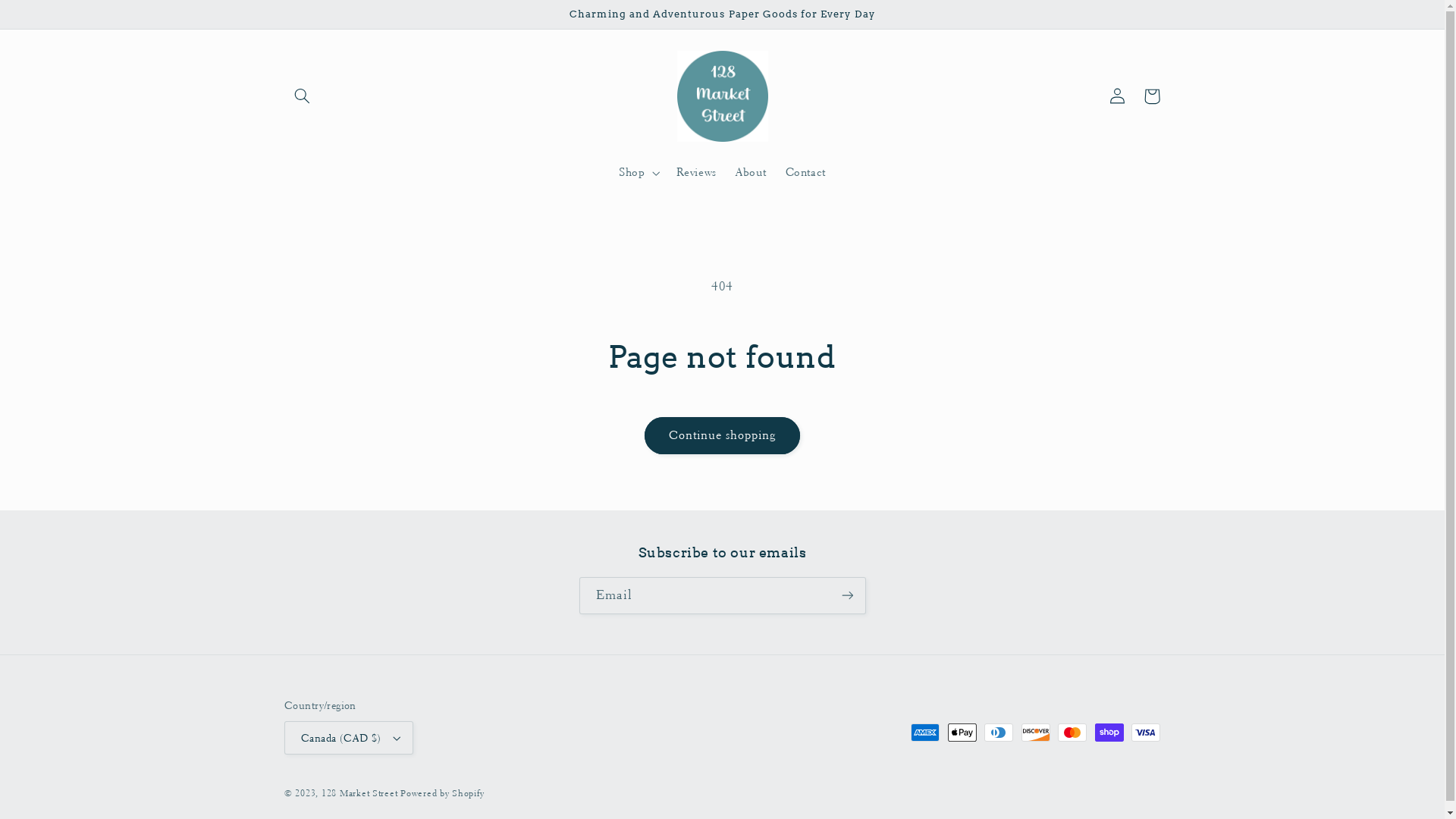 The height and width of the screenshot is (819, 1456). I want to click on 'Cart', so click(1134, 96).